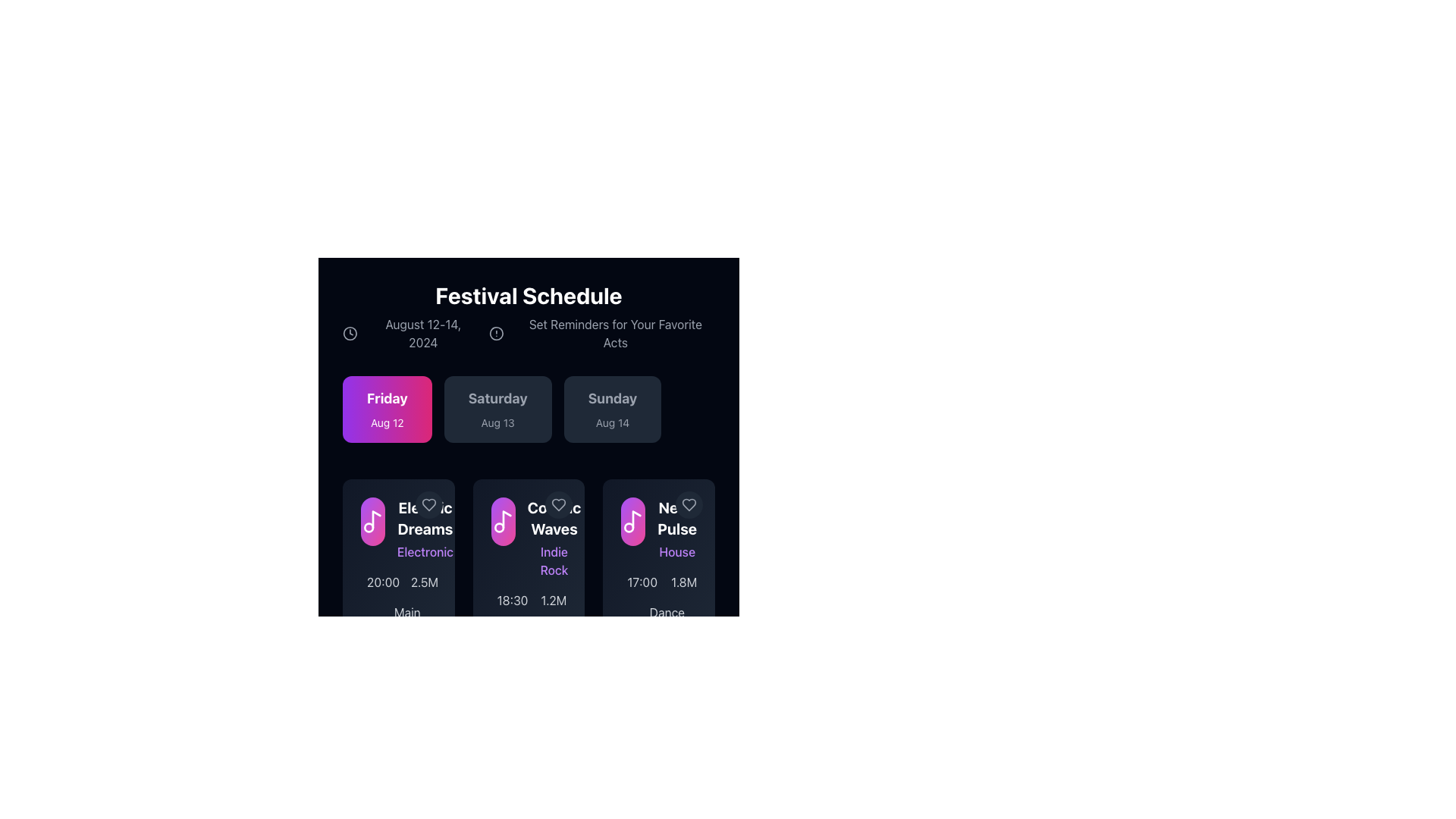  I want to click on the heart-shaped icon within the interactive button, so click(558, 505).